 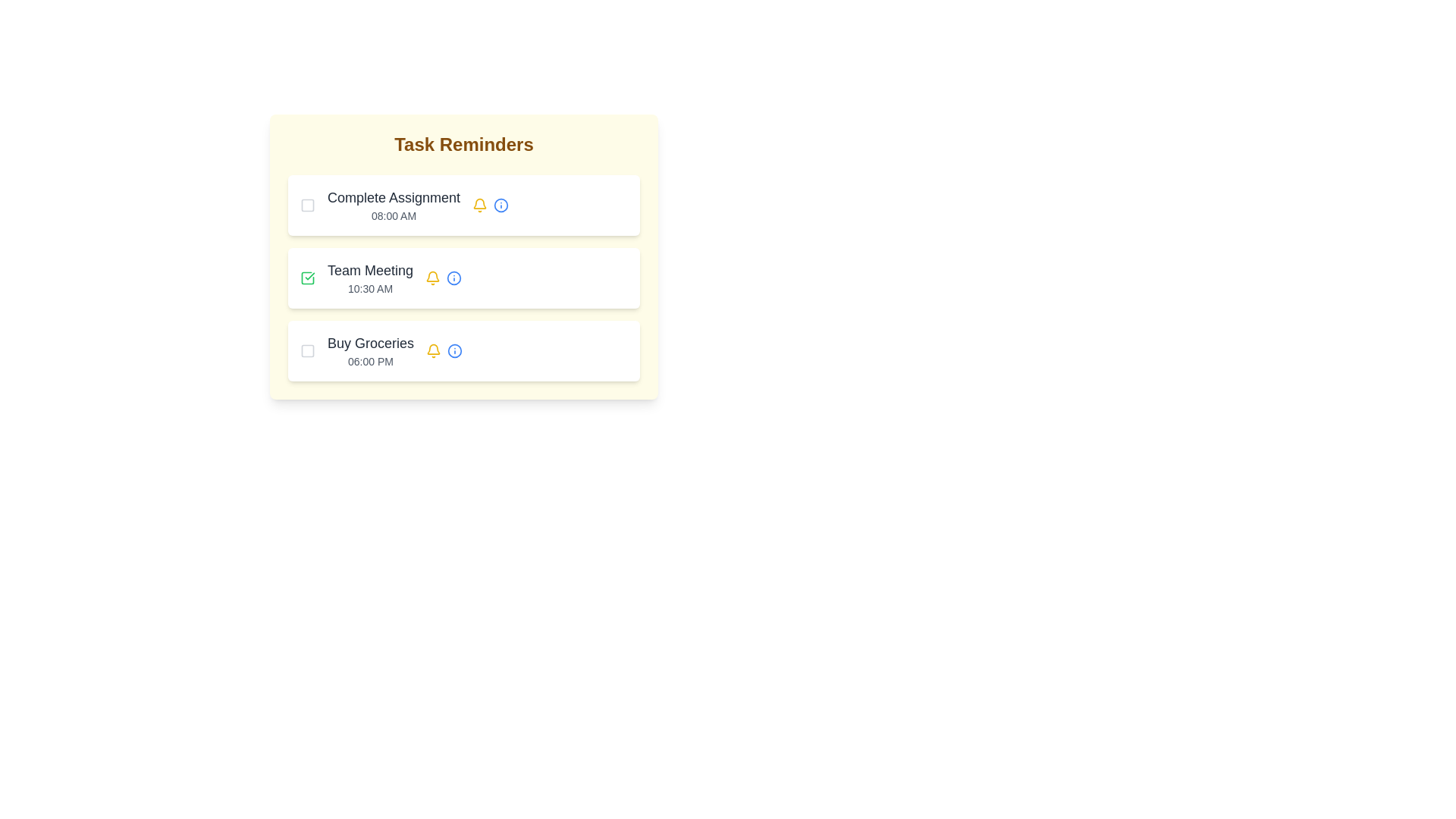 I want to click on the 'Buy Groceries' task reminder element, which displays the text in larger font size and is vertically arranged in a list of task reminders, so click(x=371, y=350).